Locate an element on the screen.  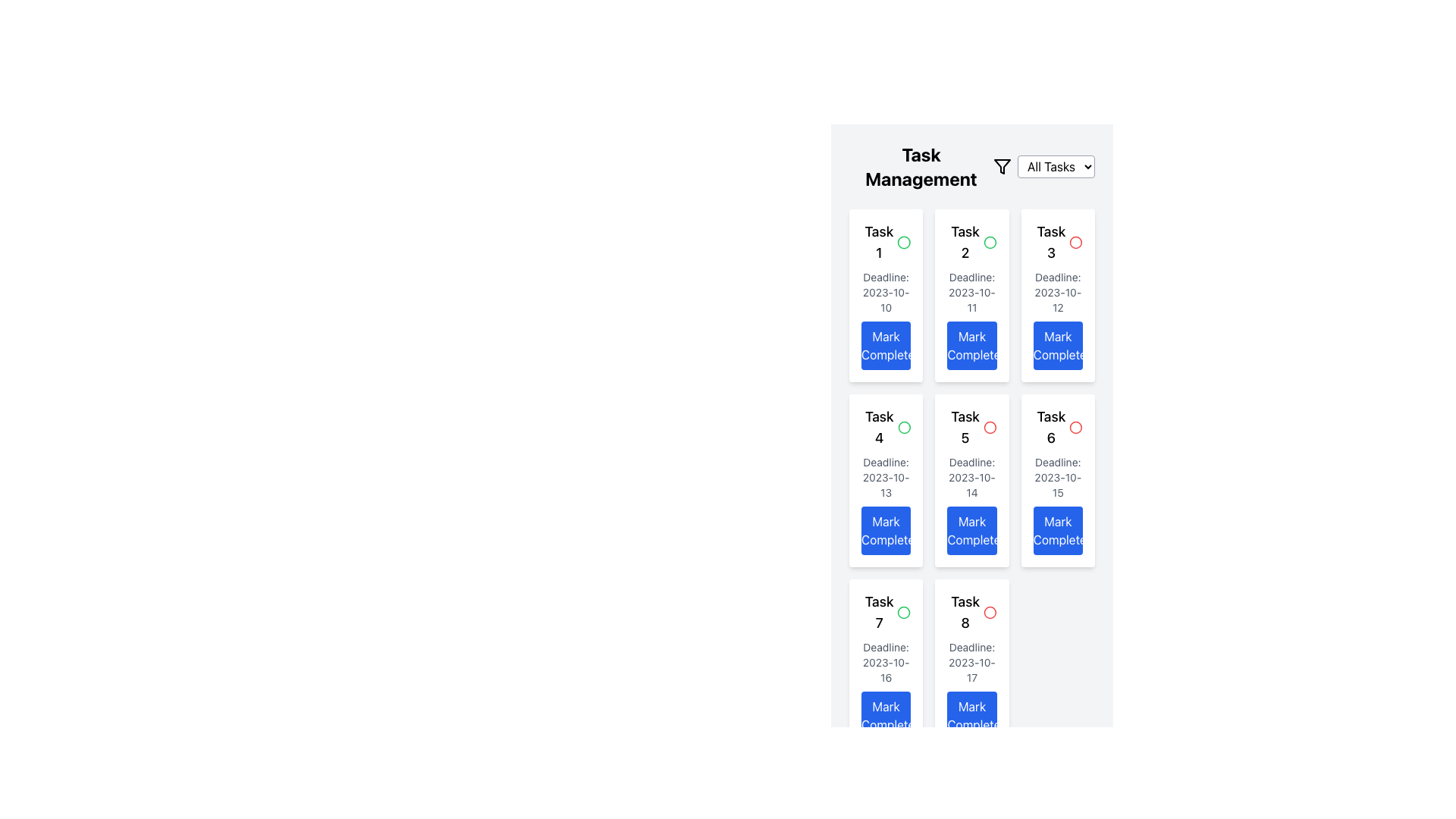
the visual indicator representing the status of Task 5, located next to the task title in the top-right corner of the task card is located at coordinates (990, 427).